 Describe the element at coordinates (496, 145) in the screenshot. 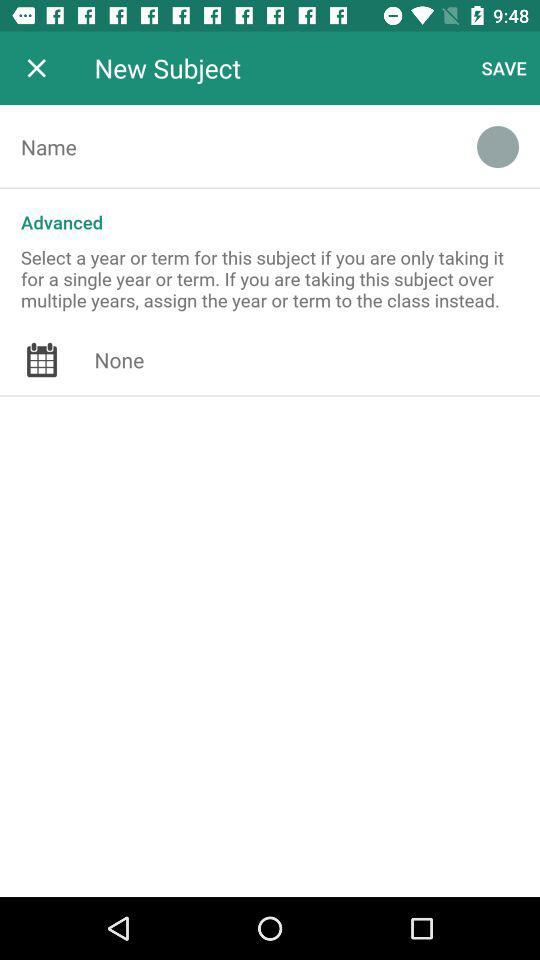

I see `the icon above the advanced icon` at that location.